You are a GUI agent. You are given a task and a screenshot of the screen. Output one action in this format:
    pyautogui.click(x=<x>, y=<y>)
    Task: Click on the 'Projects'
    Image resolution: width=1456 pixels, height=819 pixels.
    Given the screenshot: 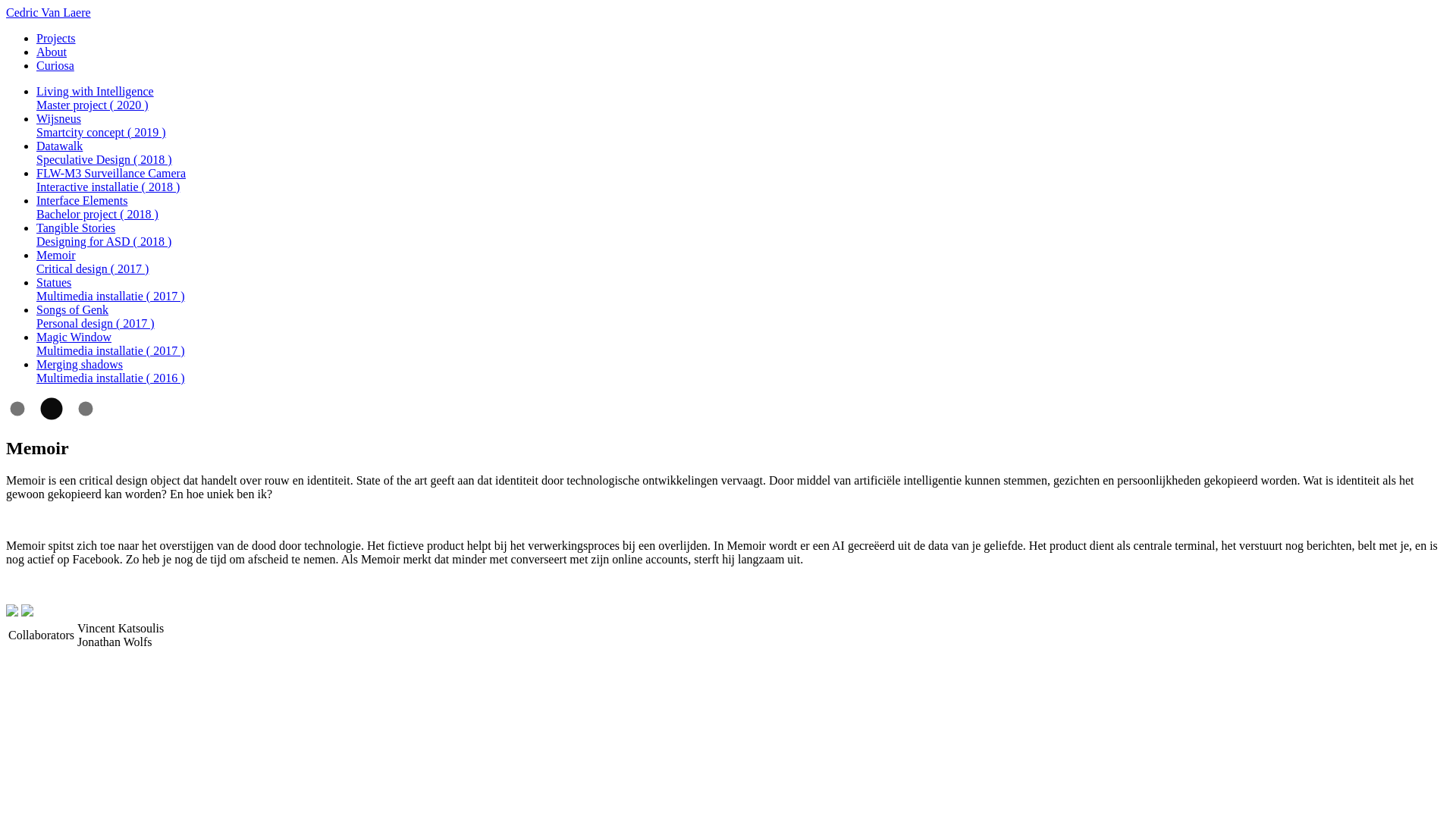 What is the action you would take?
    pyautogui.click(x=55, y=37)
    